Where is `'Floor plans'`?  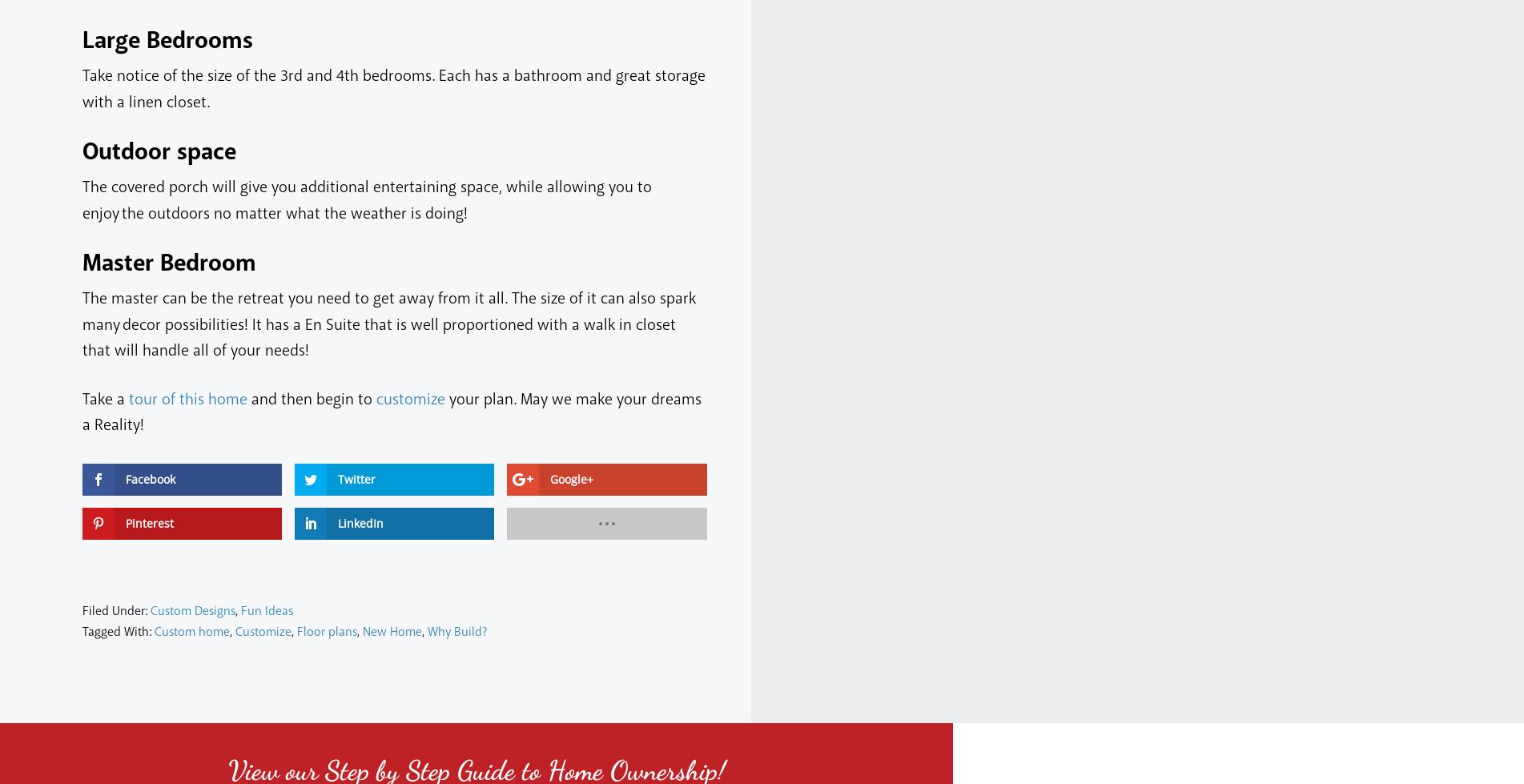
'Floor plans' is located at coordinates (326, 630).